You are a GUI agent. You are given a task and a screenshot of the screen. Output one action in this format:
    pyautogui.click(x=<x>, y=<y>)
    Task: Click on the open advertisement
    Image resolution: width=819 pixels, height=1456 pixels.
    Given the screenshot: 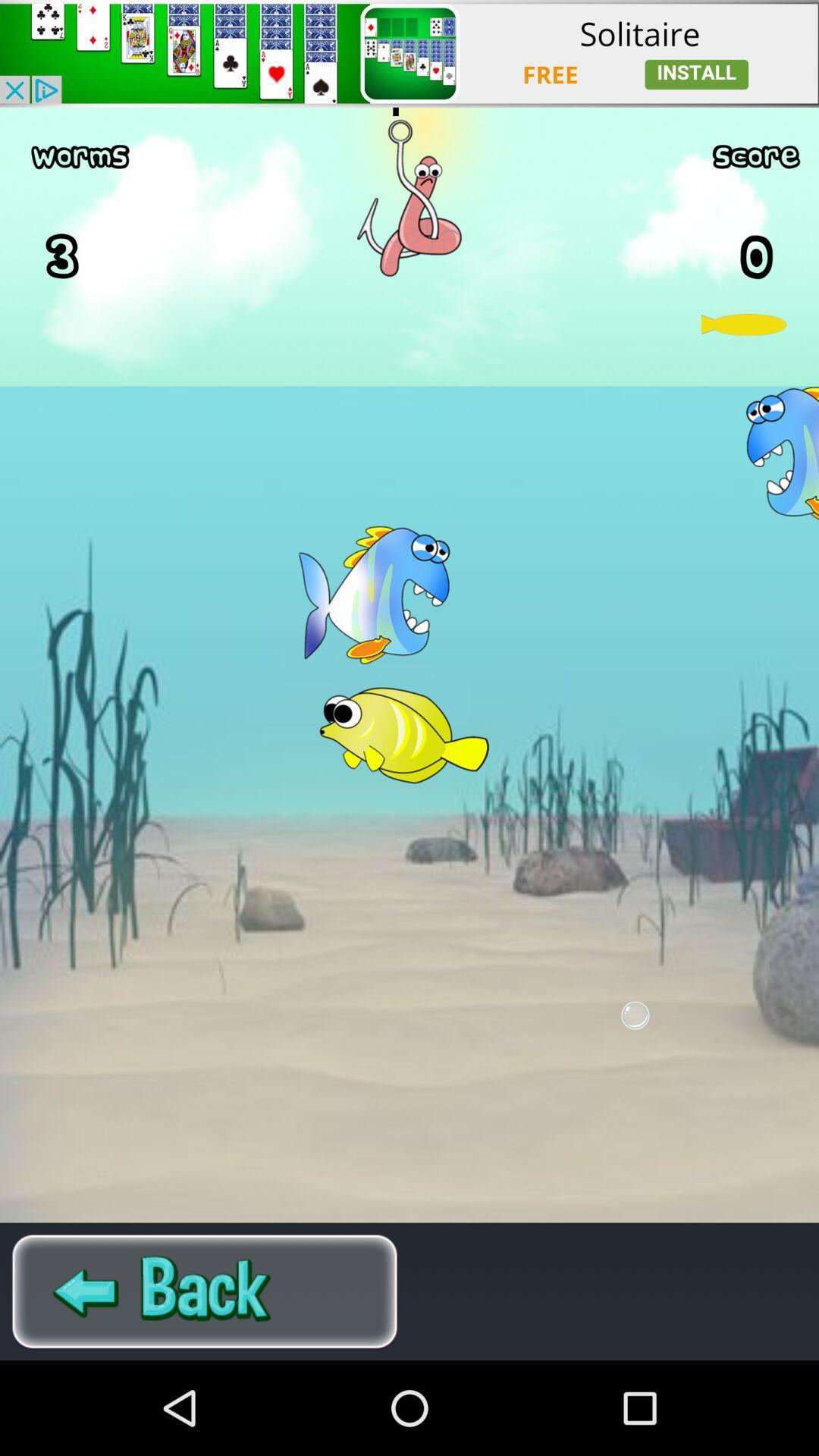 What is the action you would take?
    pyautogui.click(x=409, y=53)
    